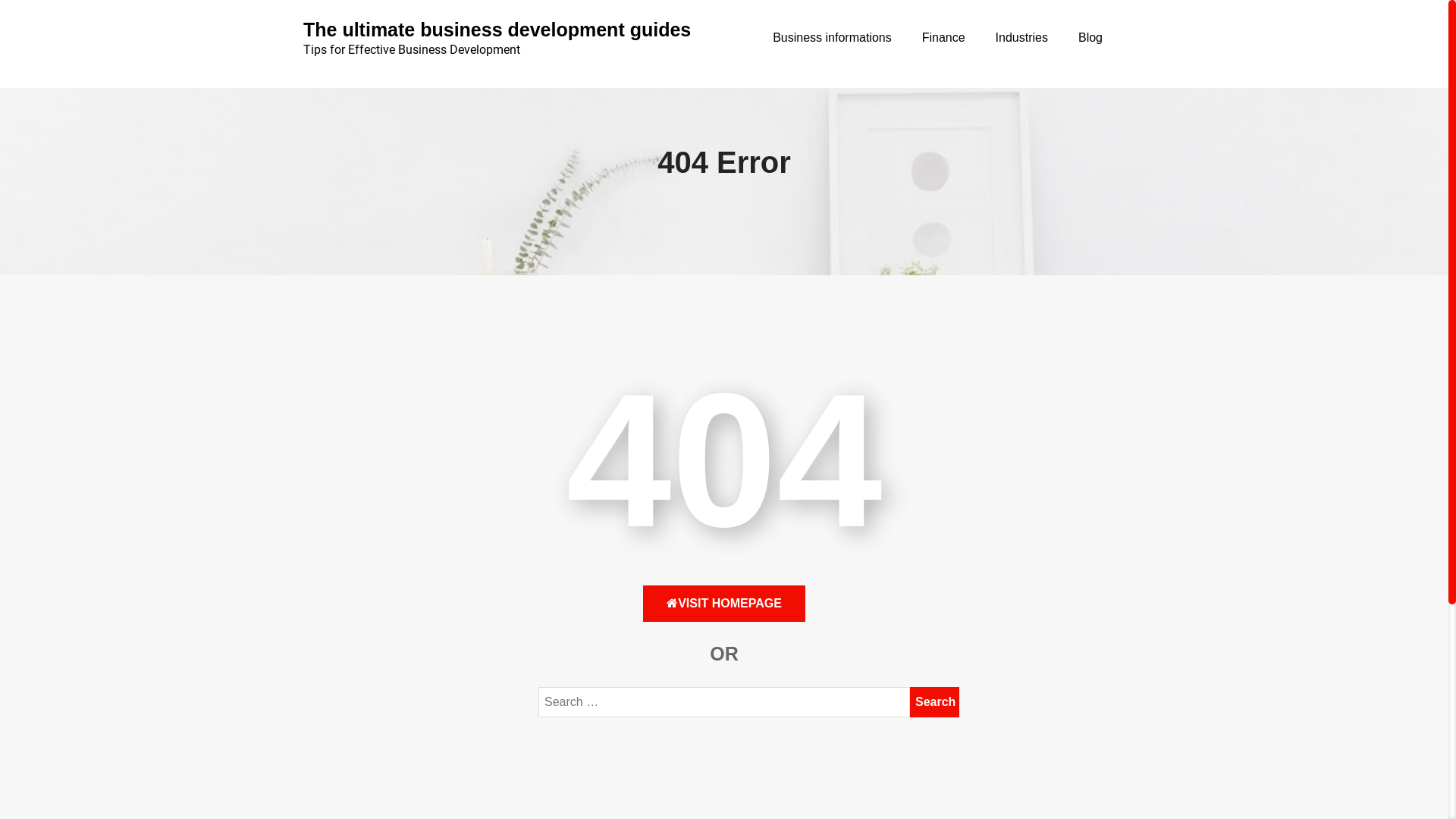  What do you see at coordinates (831, 37) in the screenshot?
I see `'Business informations'` at bounding box center [831, 37].